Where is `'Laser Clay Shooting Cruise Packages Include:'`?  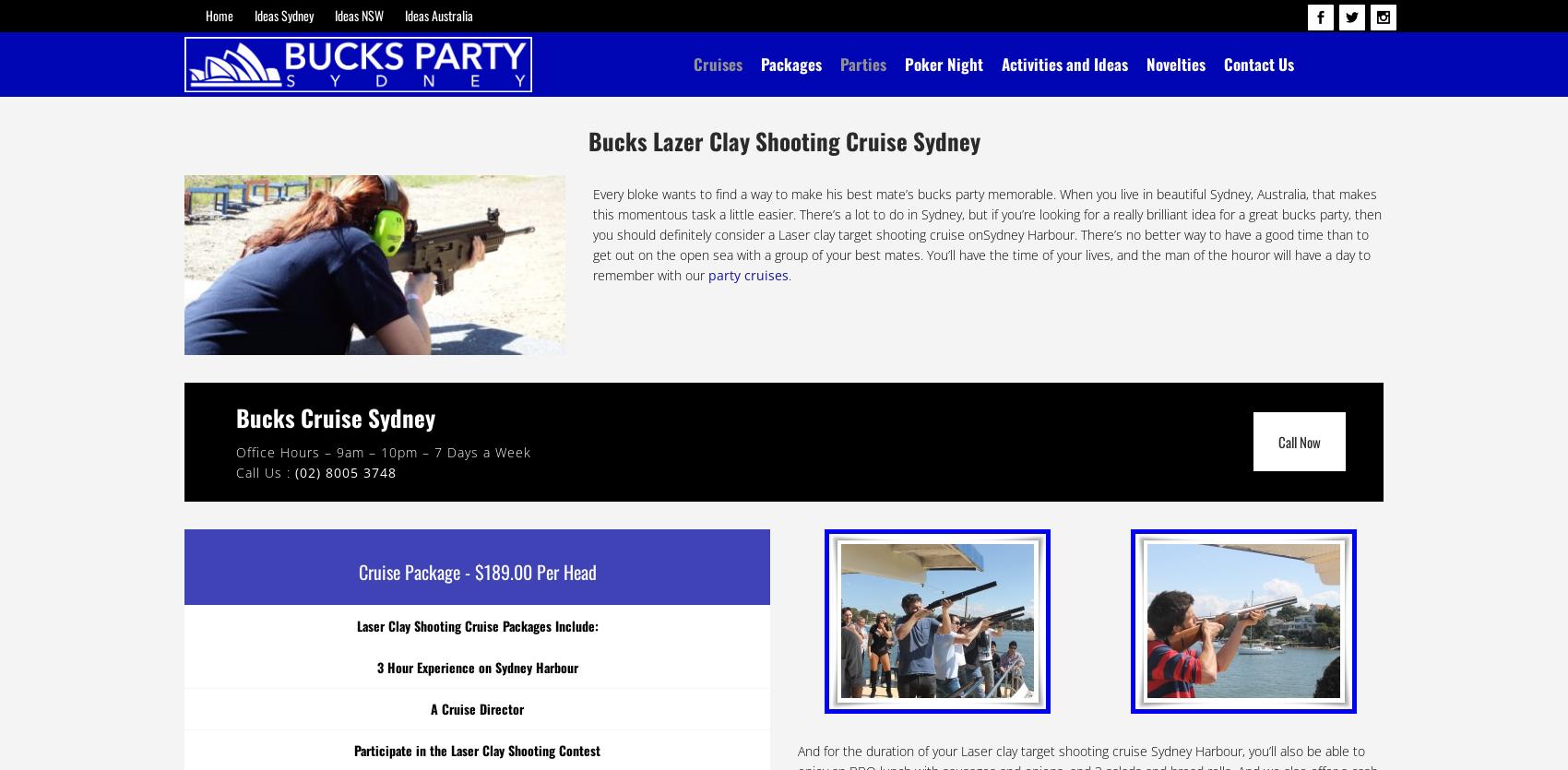
'Laser Clay Shooting Cruise Packages Include:' is located at coordinates (476, 624).